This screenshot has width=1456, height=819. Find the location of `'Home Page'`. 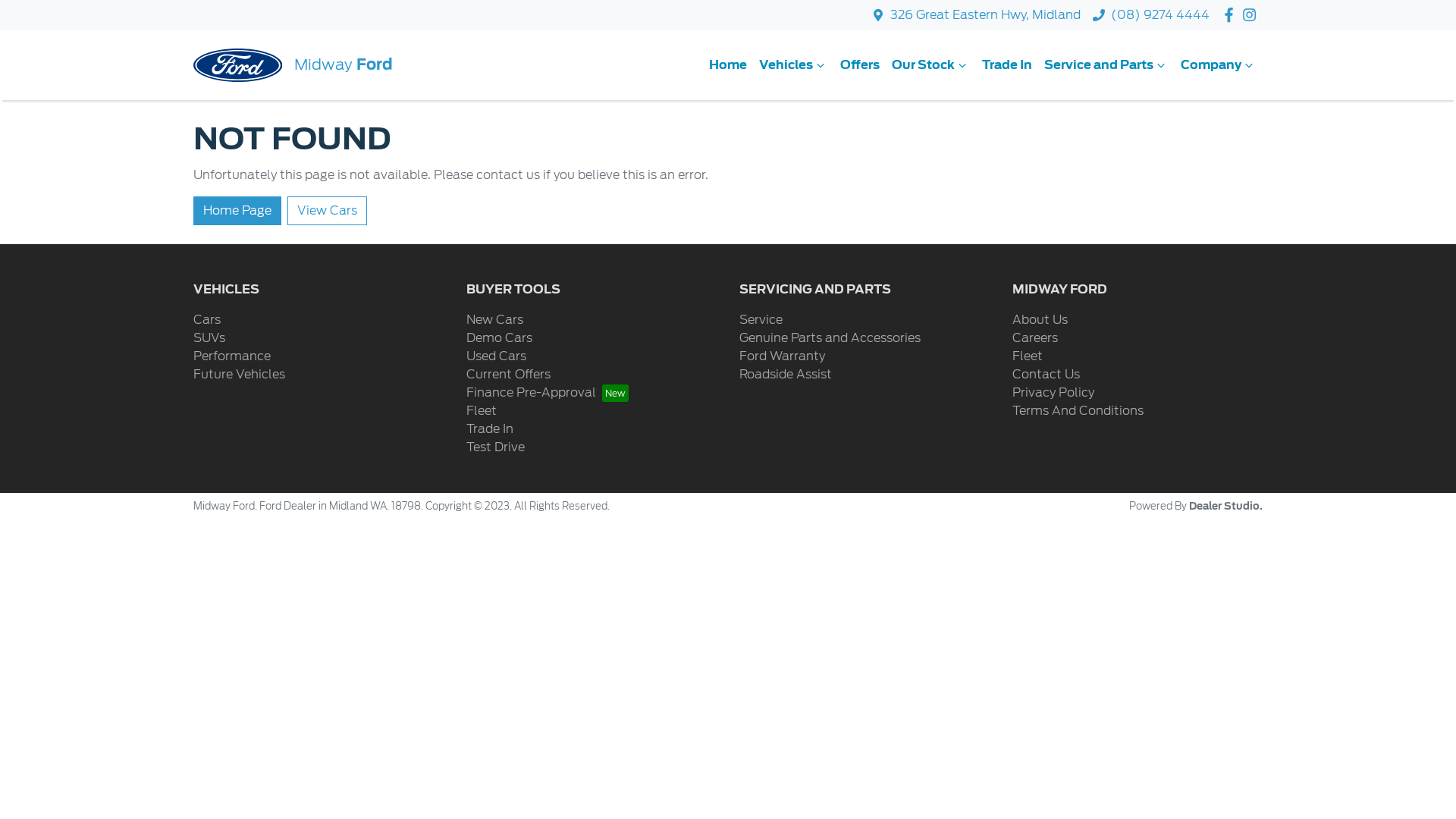

'Home Page' is located at coordinates (192, 210).